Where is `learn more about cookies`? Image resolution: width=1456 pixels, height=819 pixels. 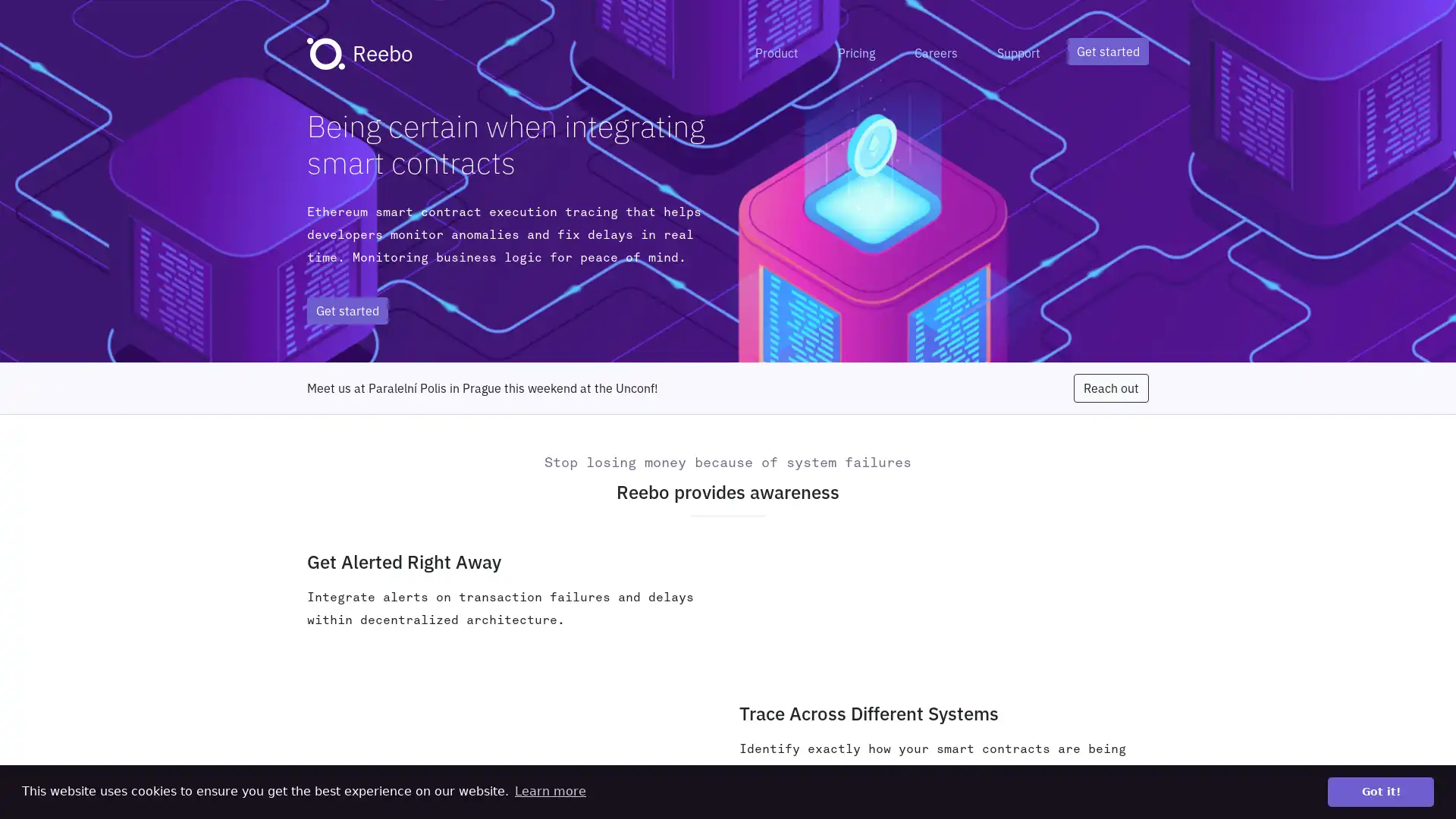 learn more about cookies is located at coordinates (549, 791).